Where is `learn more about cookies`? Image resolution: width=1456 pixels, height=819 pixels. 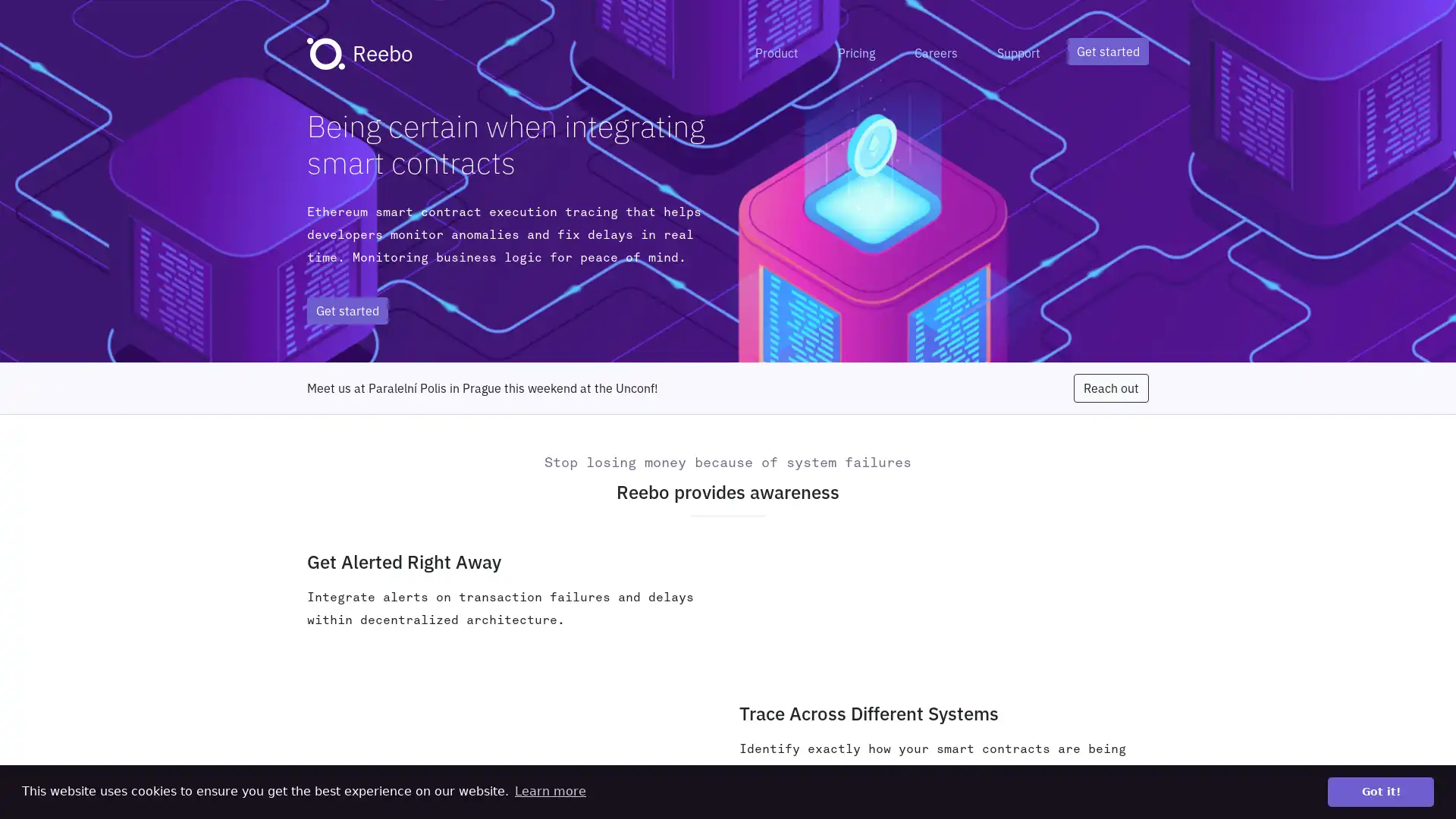 learn more about cookies is located at coordinates (549, 791).